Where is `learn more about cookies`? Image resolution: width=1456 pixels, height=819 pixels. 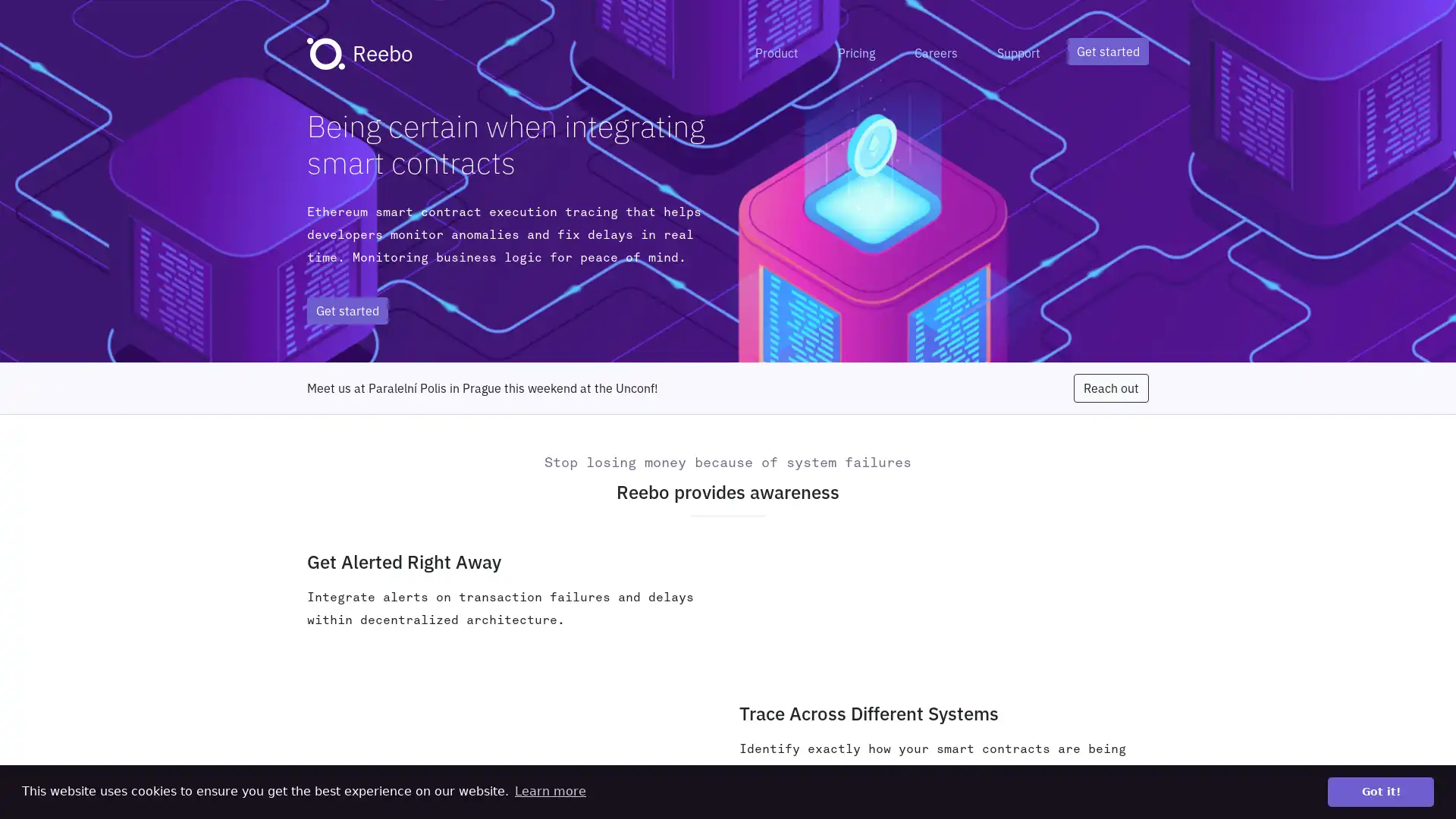 learn more about cookies is located at coordinates (549, 791).